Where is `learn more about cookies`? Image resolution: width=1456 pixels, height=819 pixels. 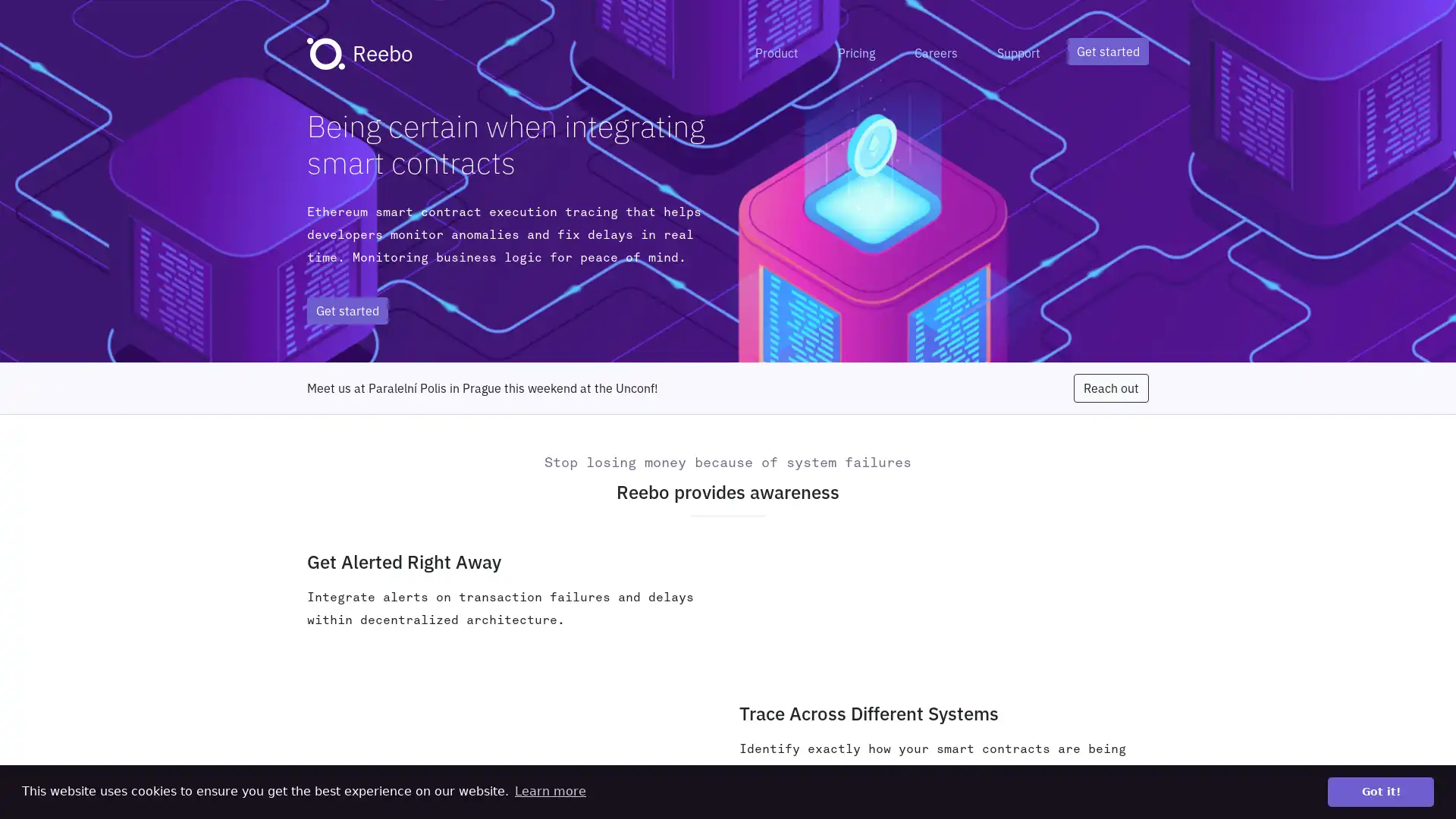 learn more about cookies is located at coordinates (549, 791).